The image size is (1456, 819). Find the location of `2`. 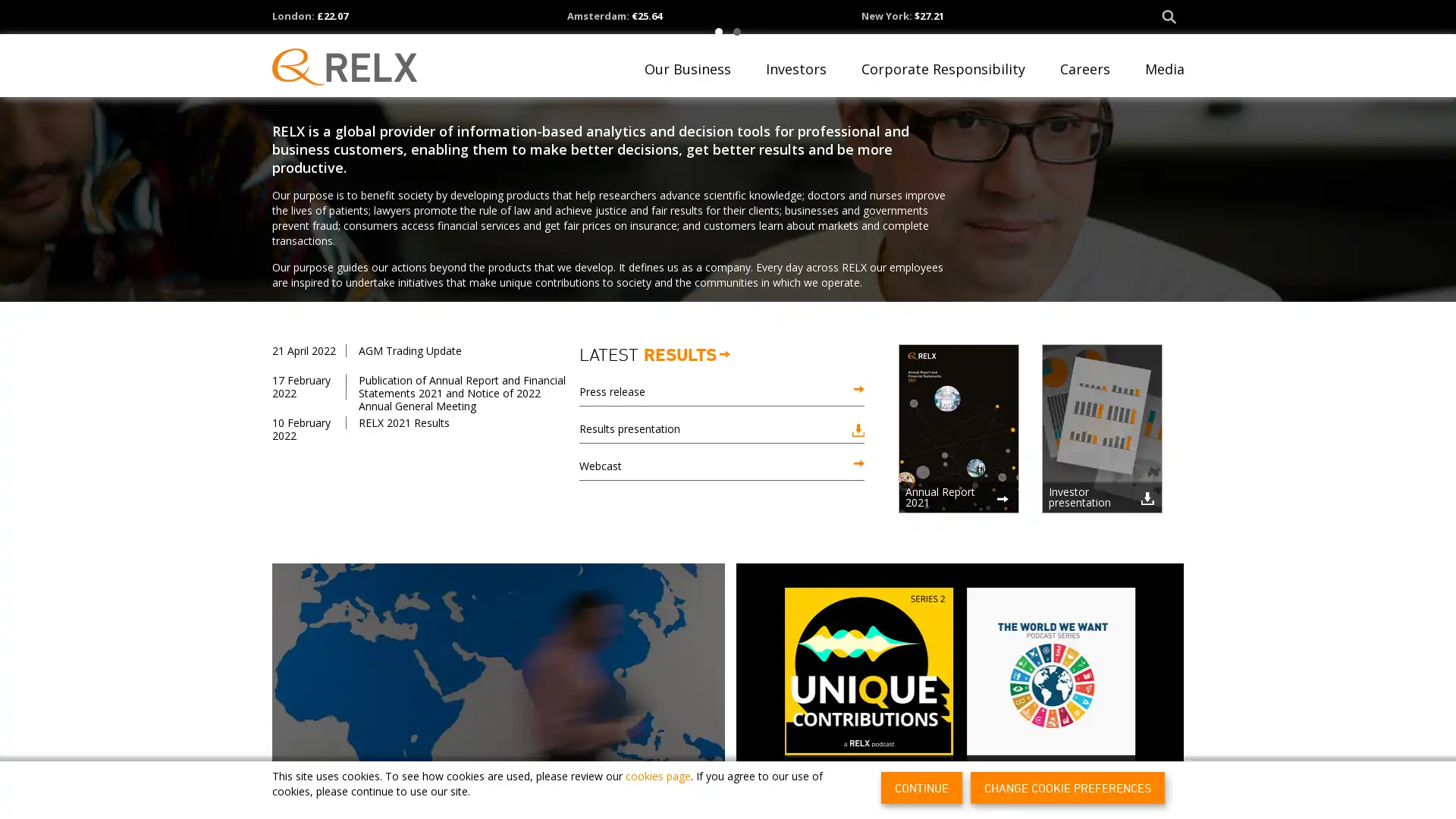

2 is located at coordinates (737, 32).